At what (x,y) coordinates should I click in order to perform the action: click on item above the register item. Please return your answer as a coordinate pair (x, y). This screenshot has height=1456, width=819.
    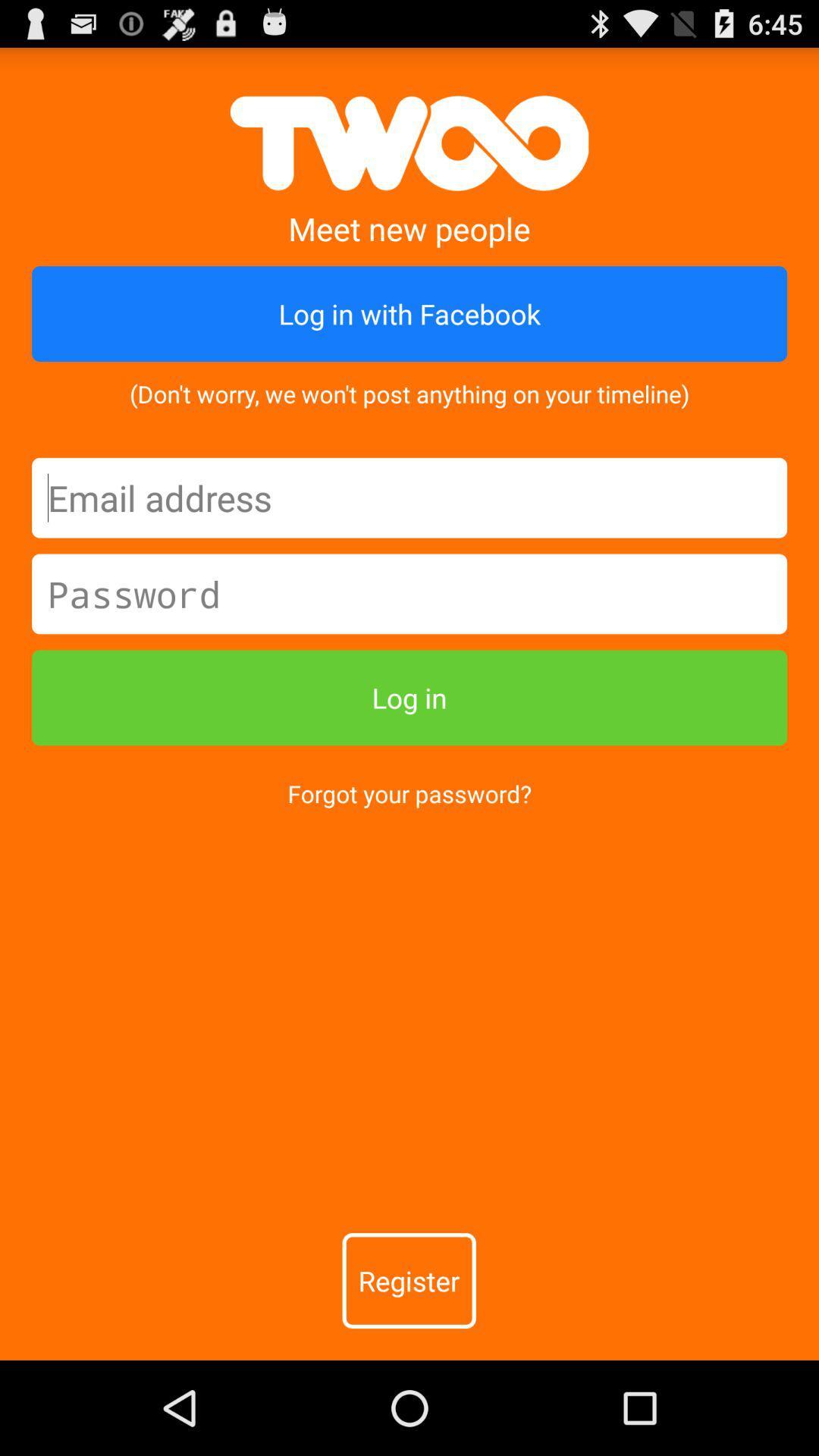
    Looking at the image, I should click on (409, 792).